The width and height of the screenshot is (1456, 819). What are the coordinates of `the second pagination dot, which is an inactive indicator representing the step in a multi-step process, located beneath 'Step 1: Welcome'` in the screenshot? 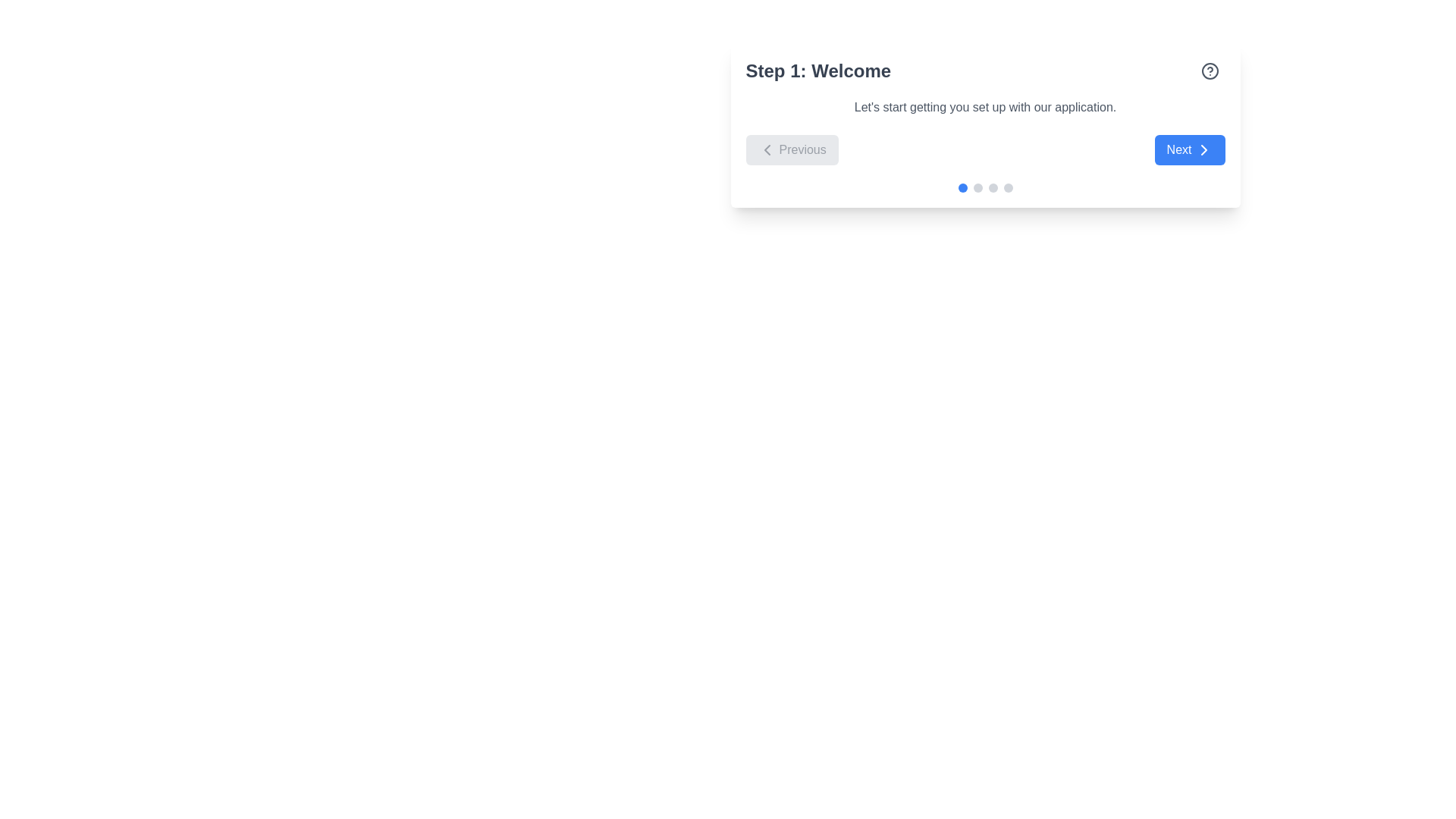 It's located at (977, 187).